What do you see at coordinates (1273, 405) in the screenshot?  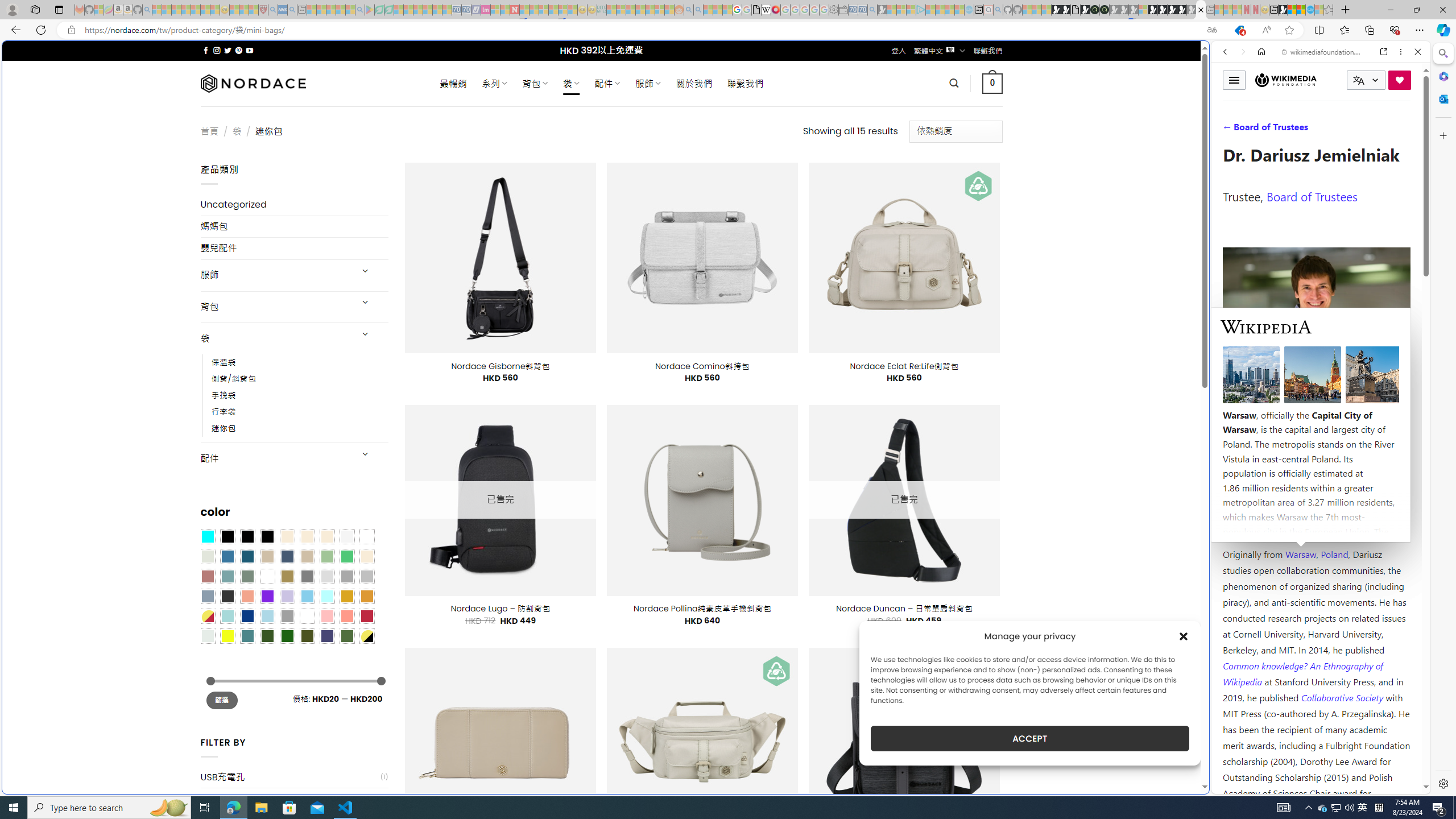 I see `'Profile on Meta-Wiki'` at bounding box center [1273, 405].